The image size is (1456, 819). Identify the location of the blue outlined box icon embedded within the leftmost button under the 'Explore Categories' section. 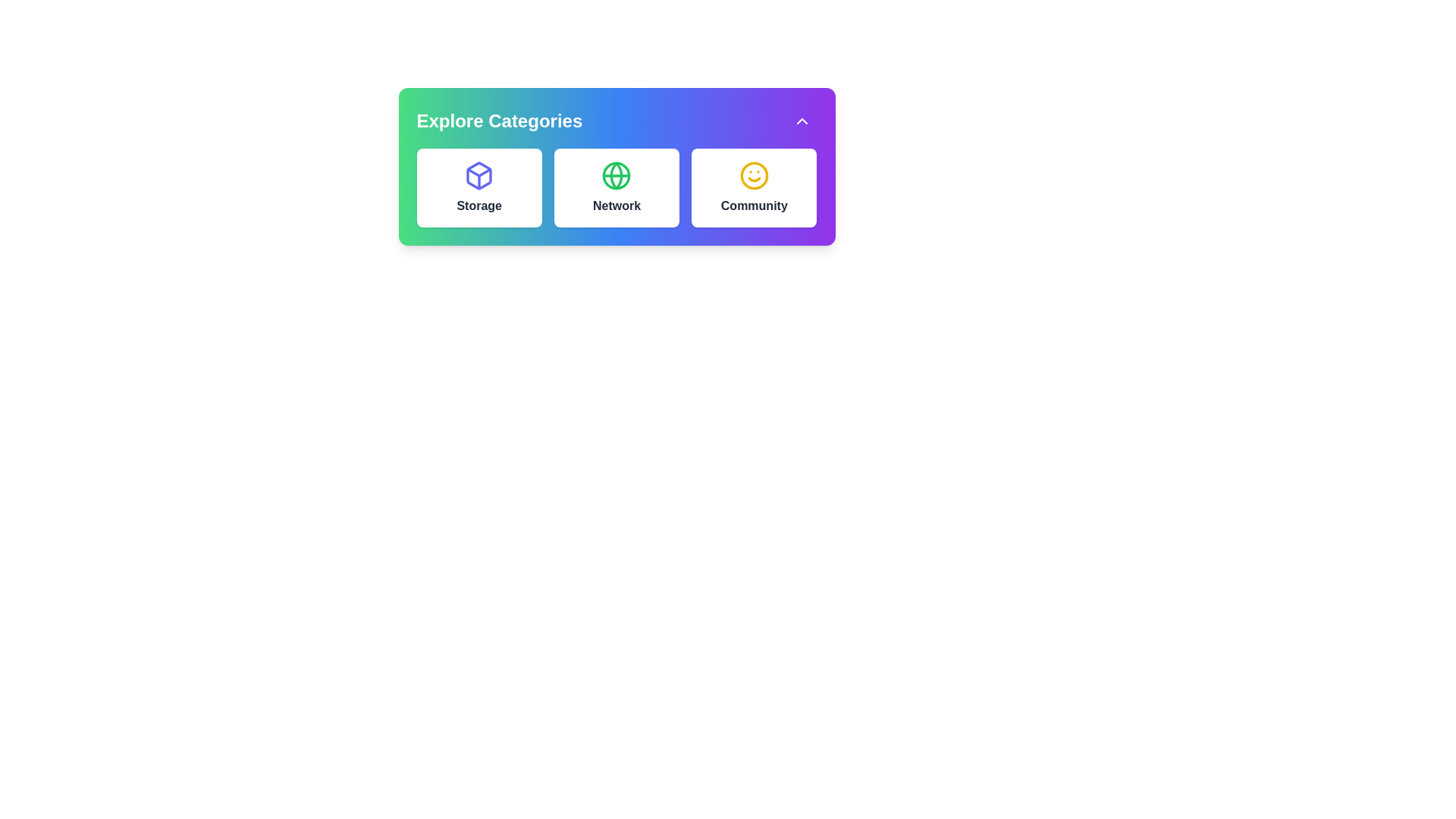
(479, 174).